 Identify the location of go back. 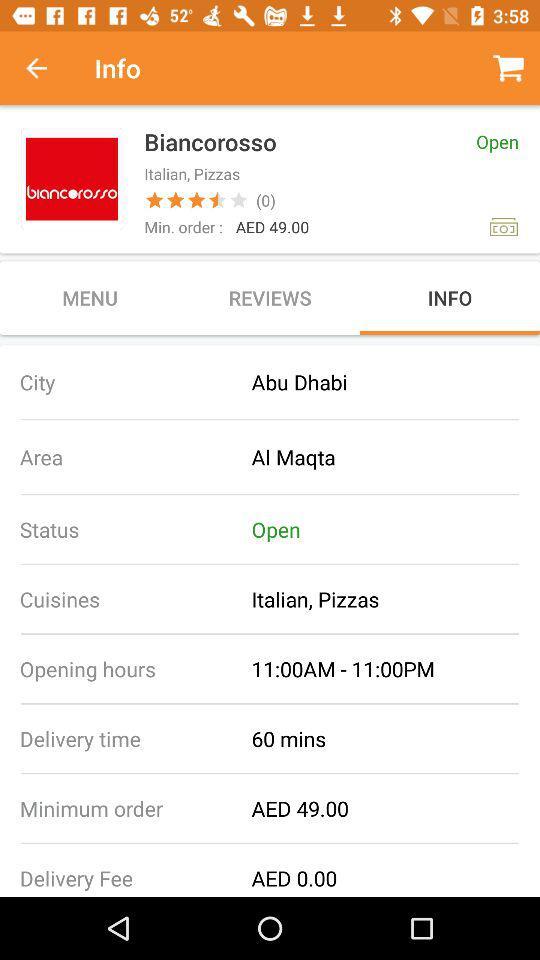
(47, 68).